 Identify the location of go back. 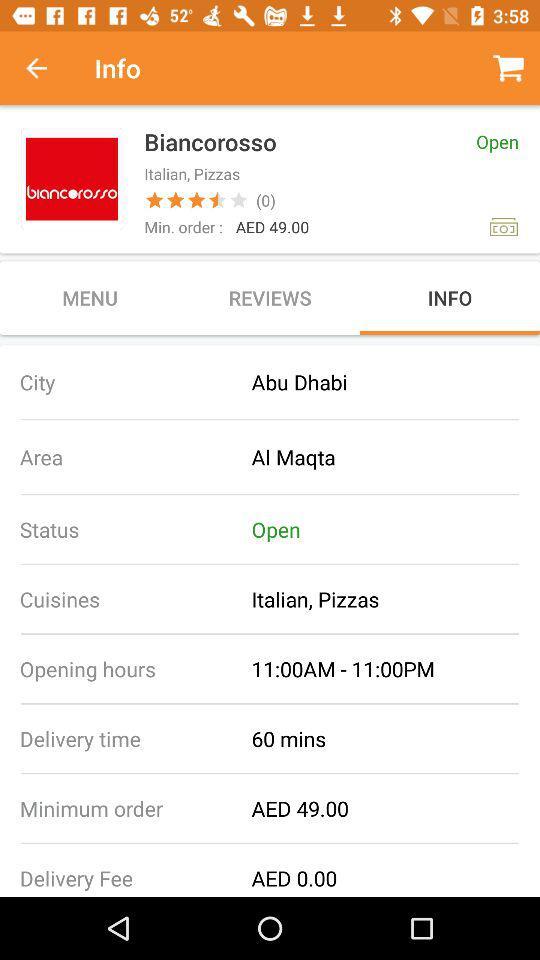
(47, 68).